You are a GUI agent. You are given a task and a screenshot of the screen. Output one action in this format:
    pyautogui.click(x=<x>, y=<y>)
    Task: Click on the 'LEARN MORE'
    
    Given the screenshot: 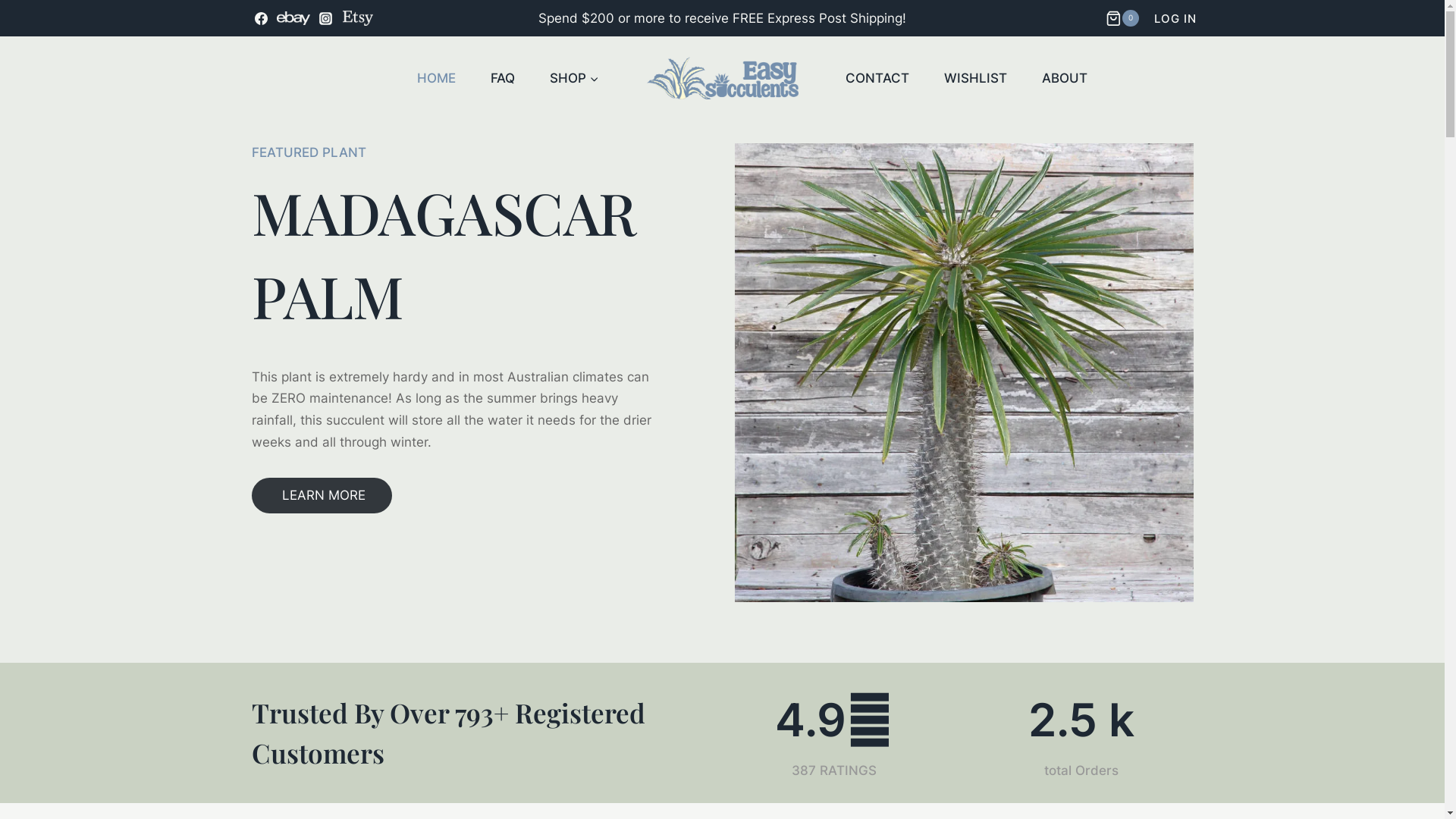 What is the action you would take?
    pyautogui.click(x=251, y=495)
    